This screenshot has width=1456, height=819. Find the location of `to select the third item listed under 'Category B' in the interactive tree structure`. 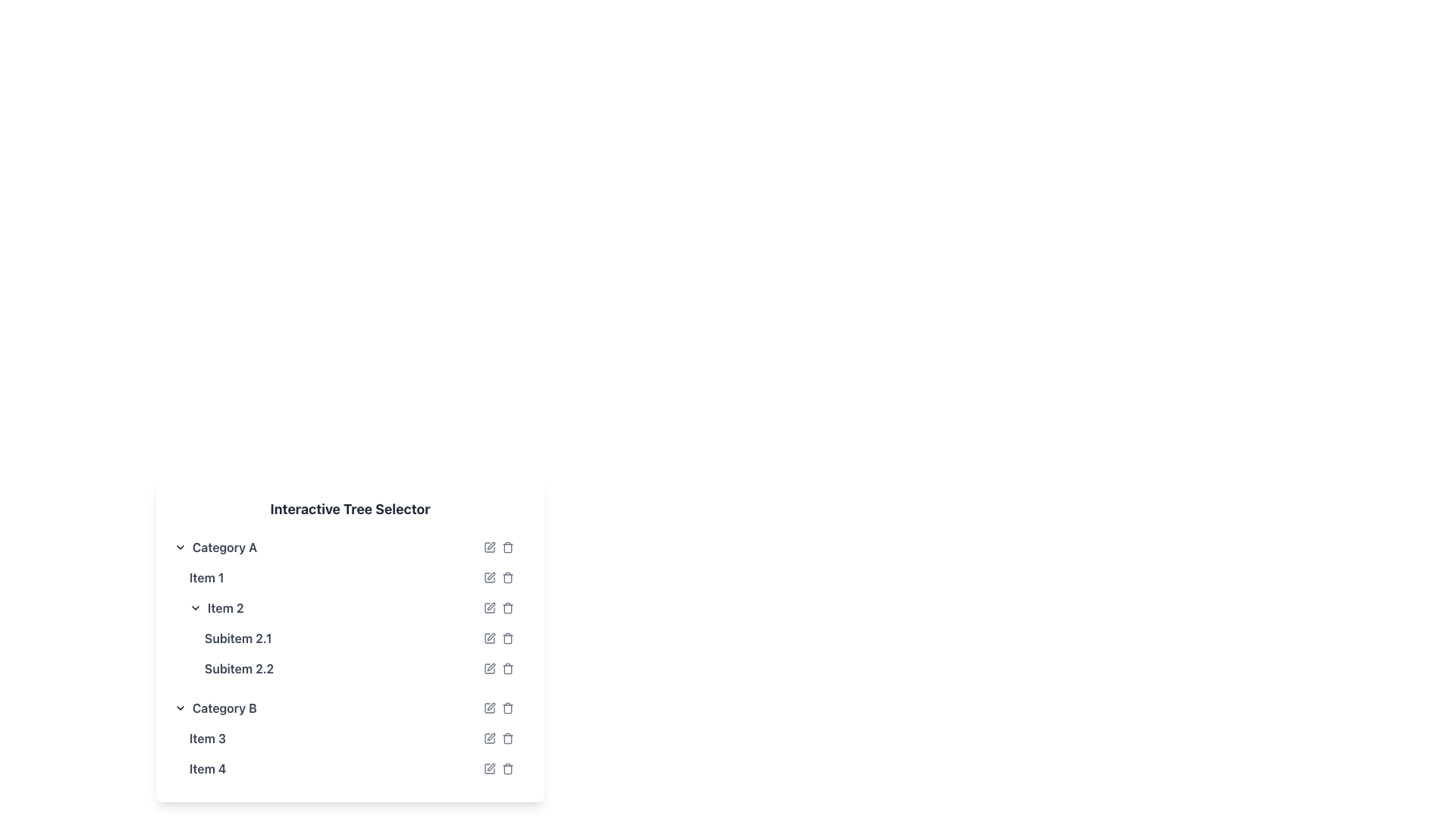

to select the third item listed under 'Category B' in the interactive tree structure is located at coordinates (349, 738).